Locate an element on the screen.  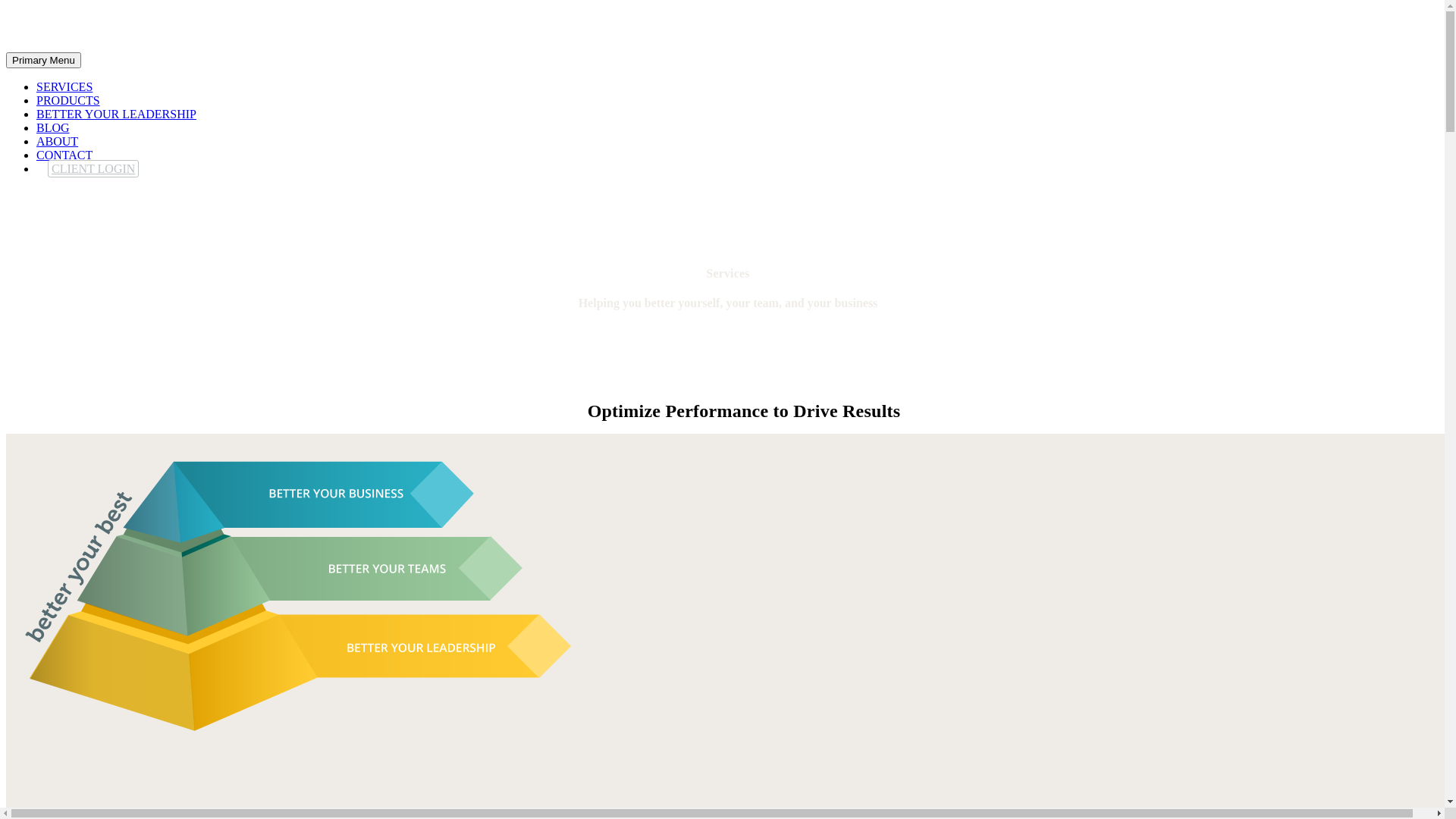
'CLIENT LOGIN' is located at coordinates (93, 168).